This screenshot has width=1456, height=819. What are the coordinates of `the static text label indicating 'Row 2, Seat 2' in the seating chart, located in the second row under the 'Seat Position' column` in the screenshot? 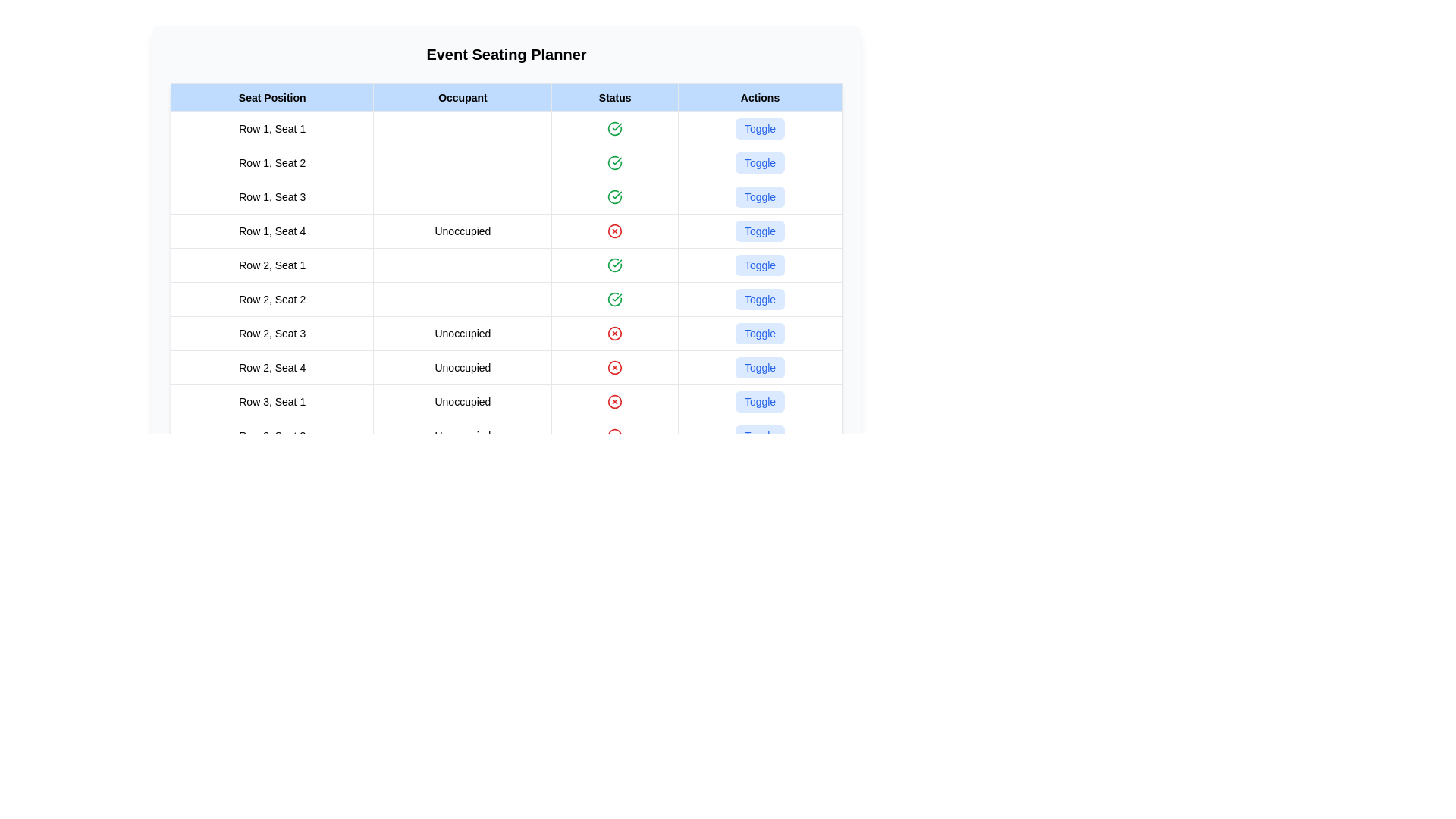 It's located at (272, 299).